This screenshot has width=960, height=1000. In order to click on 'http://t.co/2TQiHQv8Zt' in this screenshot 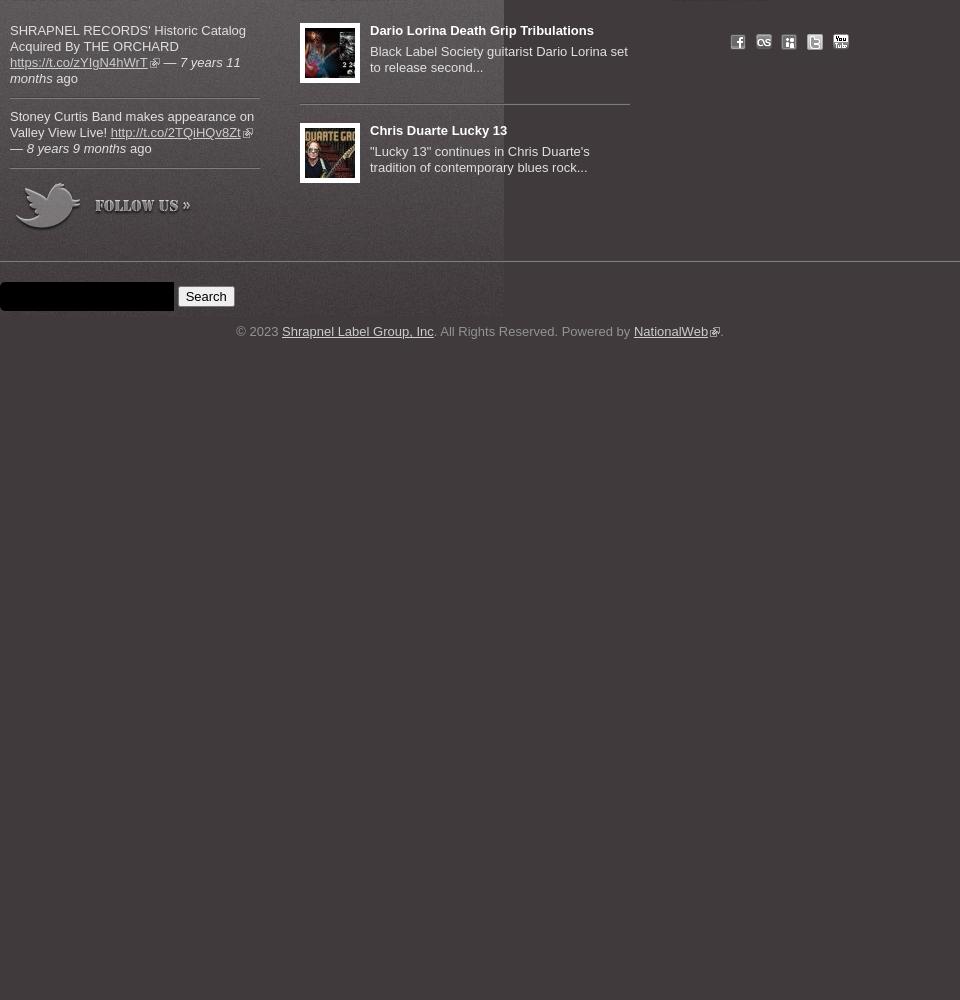, I will do `click(174, 132)`.